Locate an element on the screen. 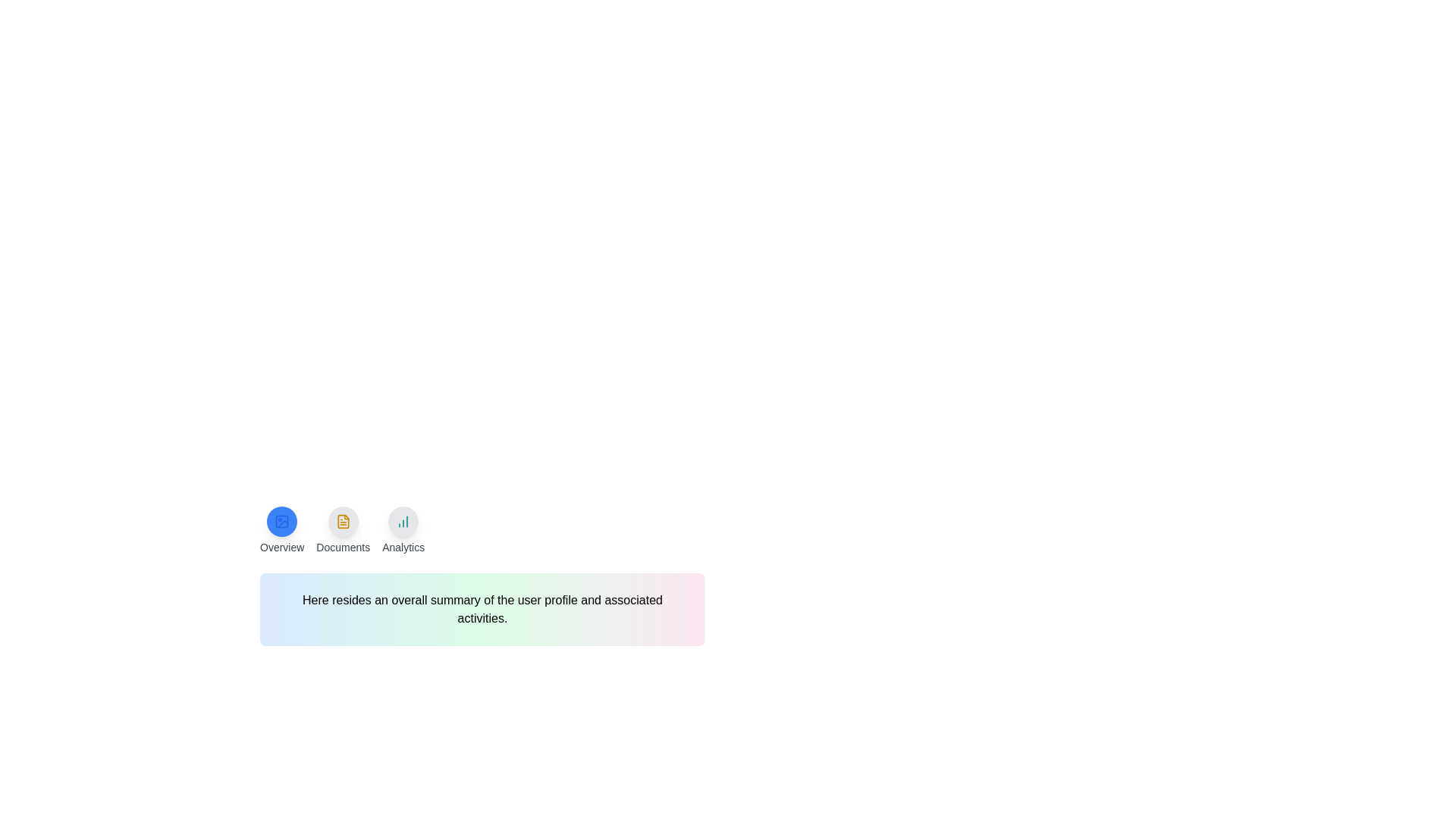 The image size is (1456, 819). the analytics label, which indicates the purpose of the analytics icon-button is located at coordinates (403, 547).